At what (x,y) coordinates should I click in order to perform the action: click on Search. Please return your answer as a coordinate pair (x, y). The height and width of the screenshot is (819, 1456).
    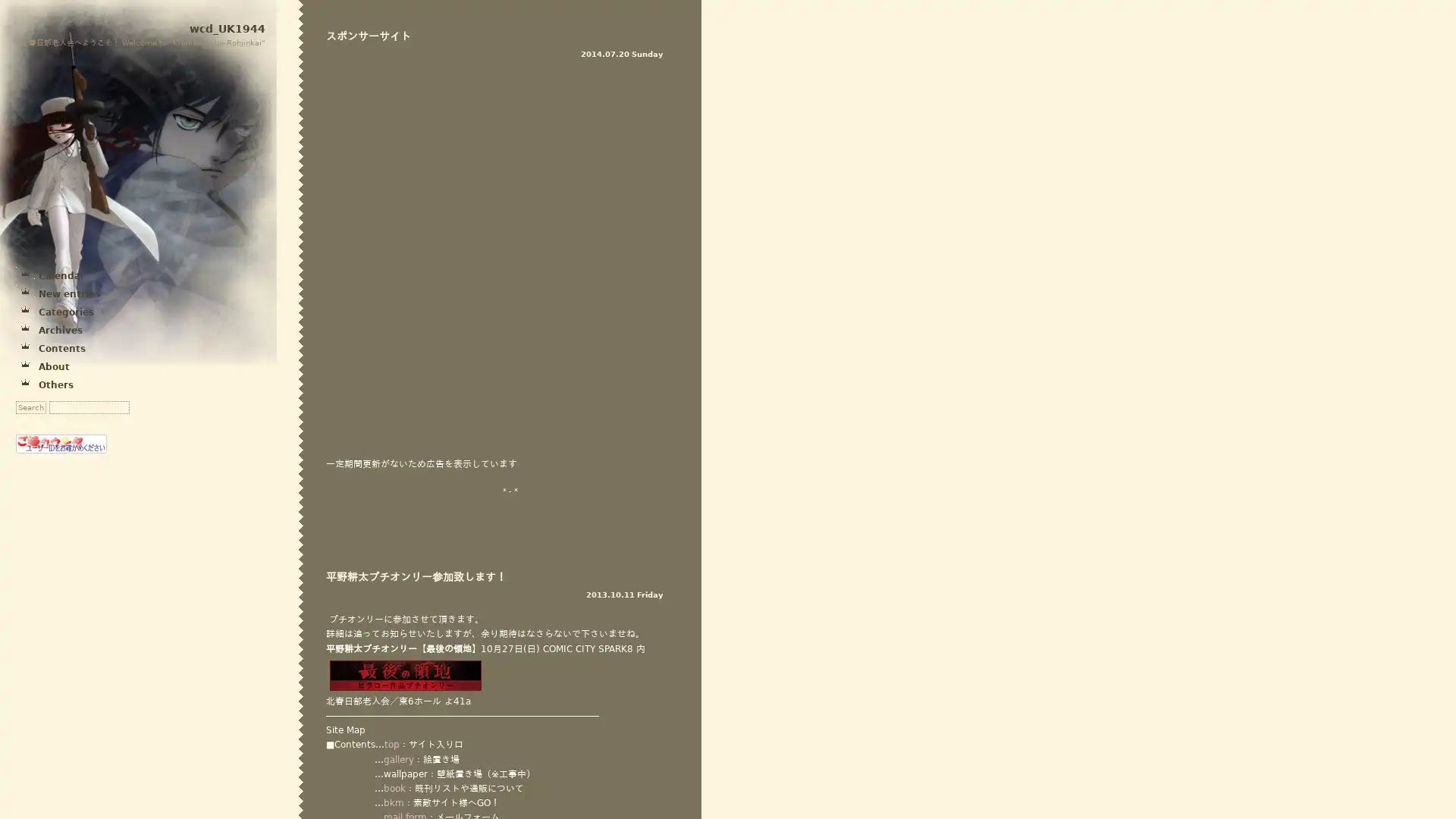
    Looking at the image, I should click on (31, 406).